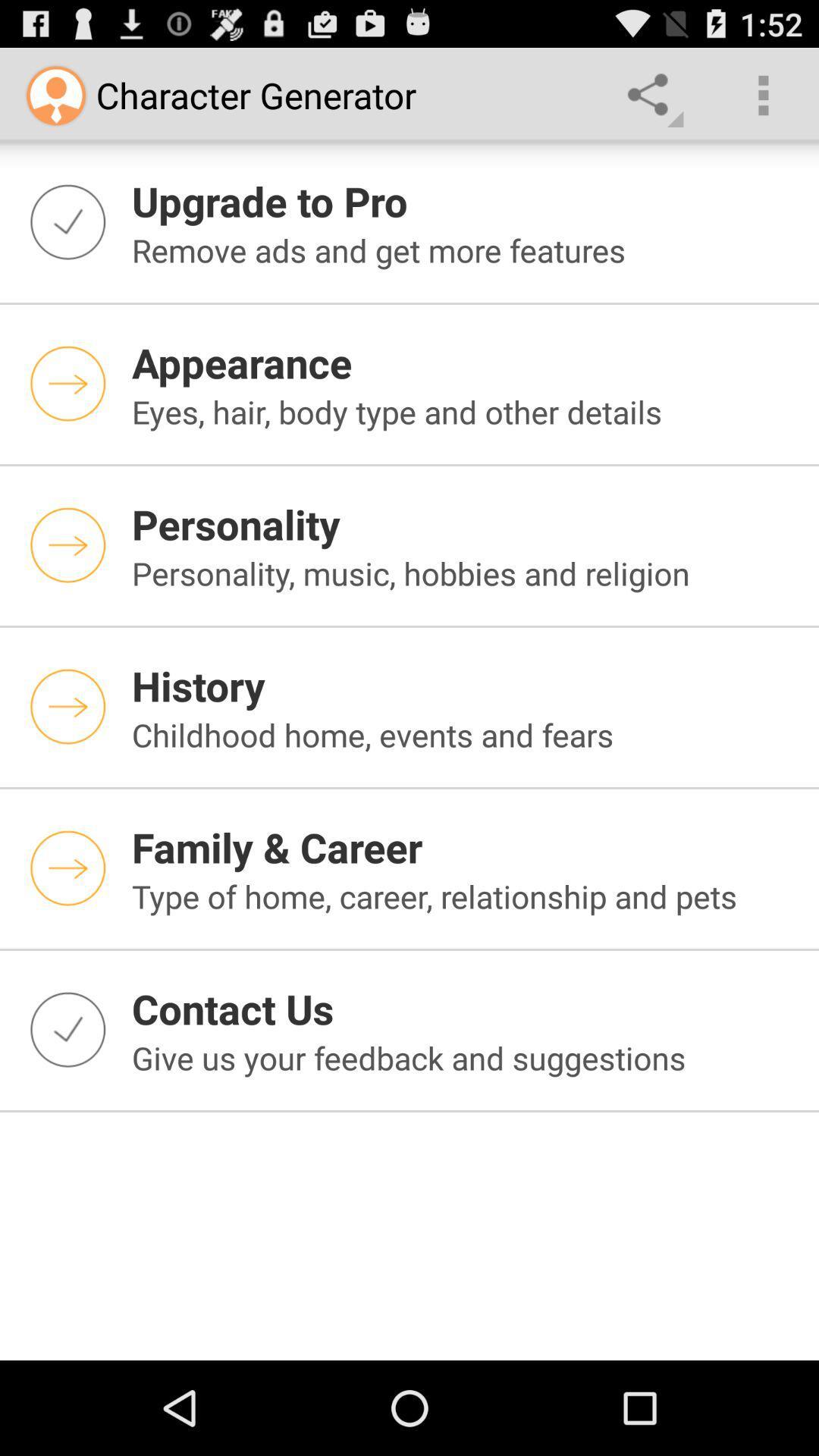 The width and height of the screenshot is (819, 1456). What do you see at coordinates (465, 1009) in the screenshot?
I see `contact us` at bounding box center [465, 1009].